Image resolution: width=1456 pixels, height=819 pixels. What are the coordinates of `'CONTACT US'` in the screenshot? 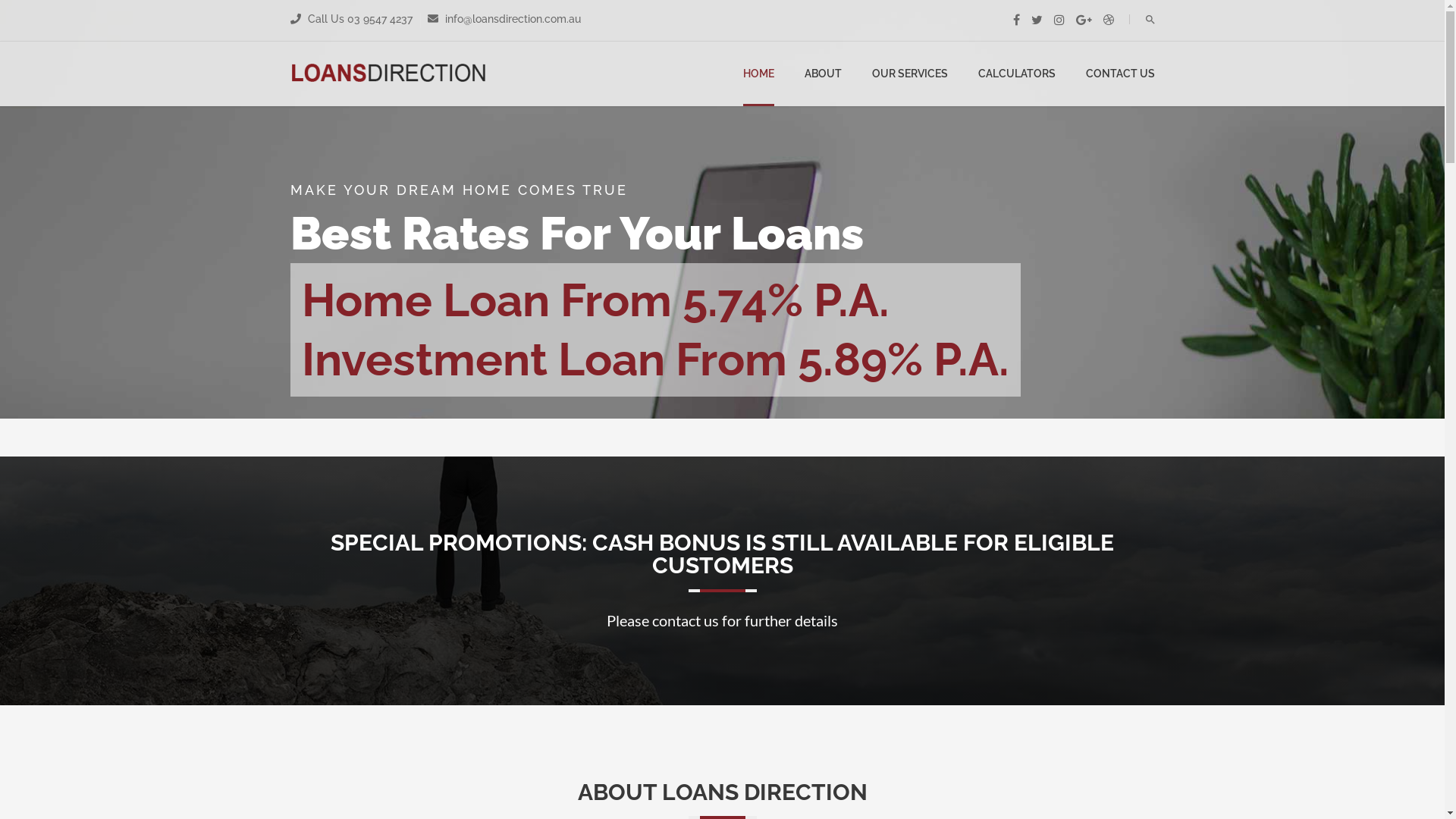 It's located at (1084, 74).